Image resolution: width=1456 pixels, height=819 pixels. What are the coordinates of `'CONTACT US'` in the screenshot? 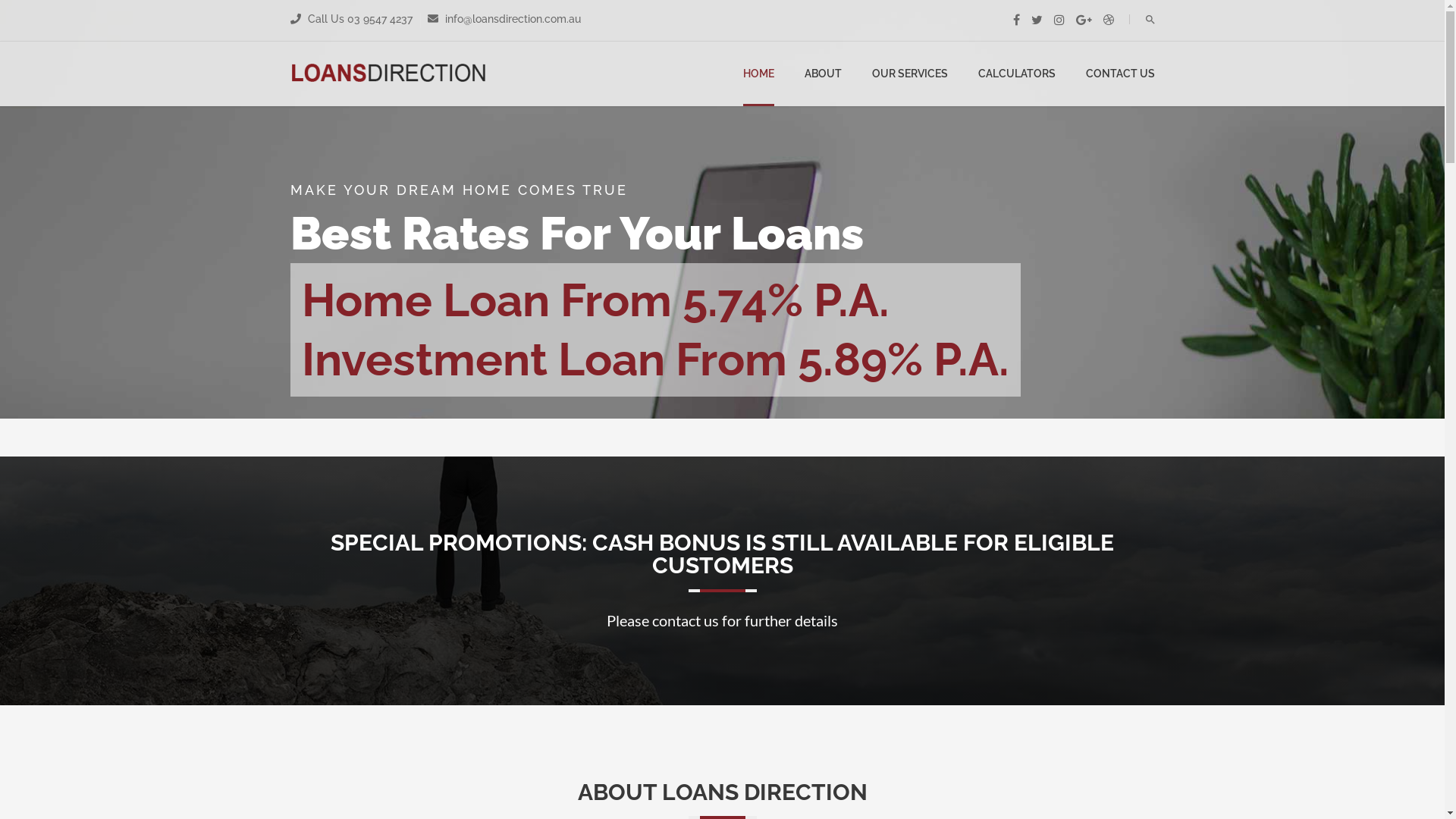 It's located at (1084, 74).